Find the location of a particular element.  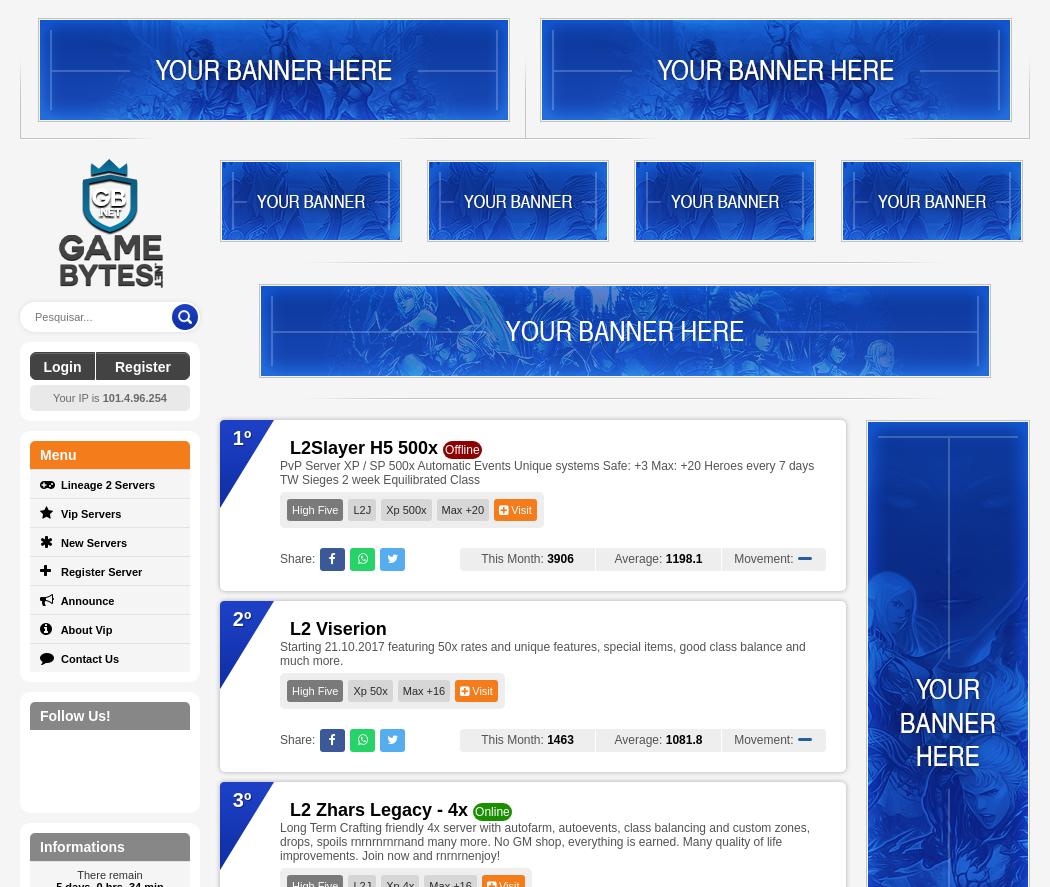

'New Servers' is located at coordinates (92, 542).